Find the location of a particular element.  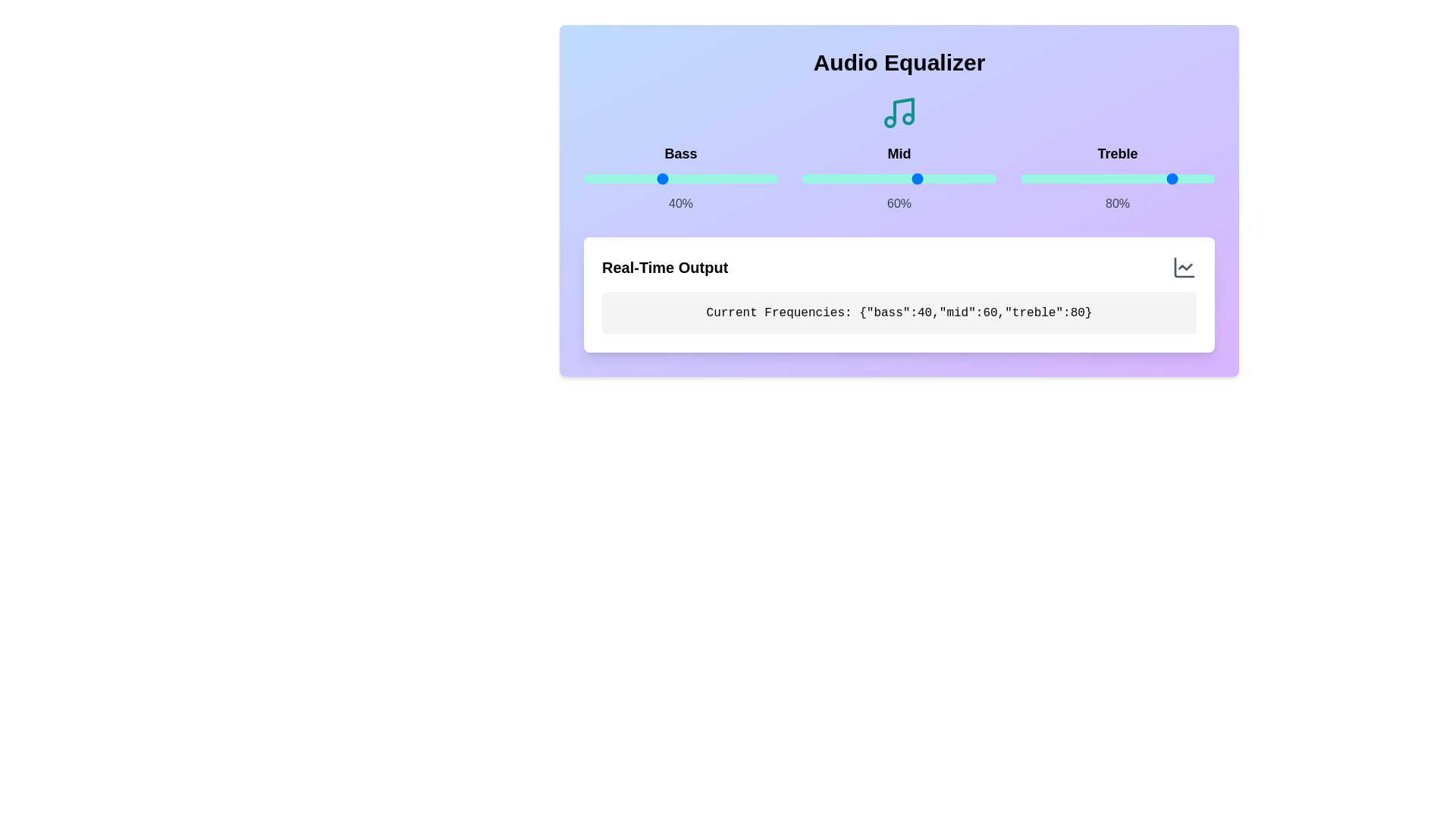

the 'Treble' slider is located at coordinates (1113, 177).